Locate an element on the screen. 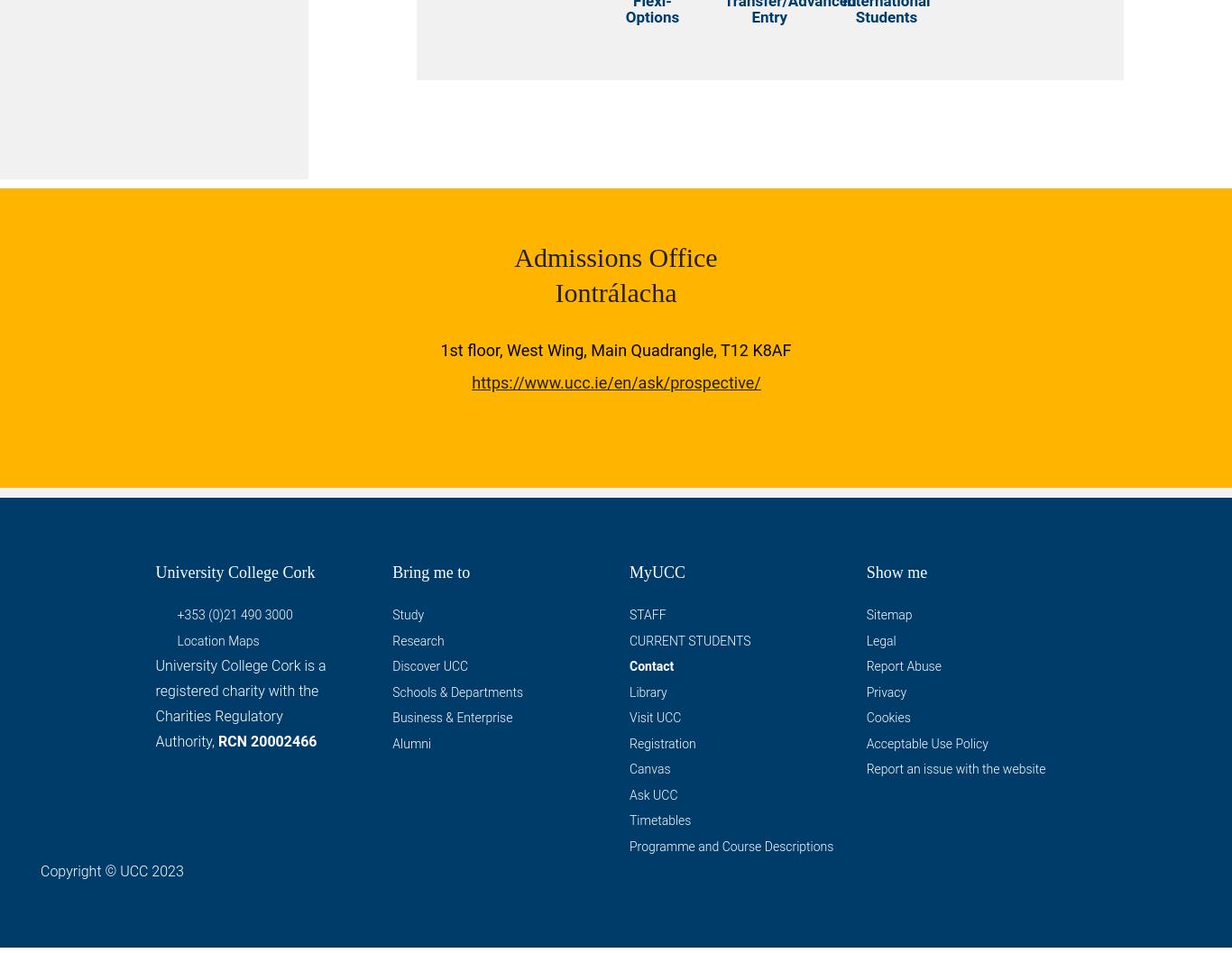  'Ask UCC' is located at coordinates (653, 799).